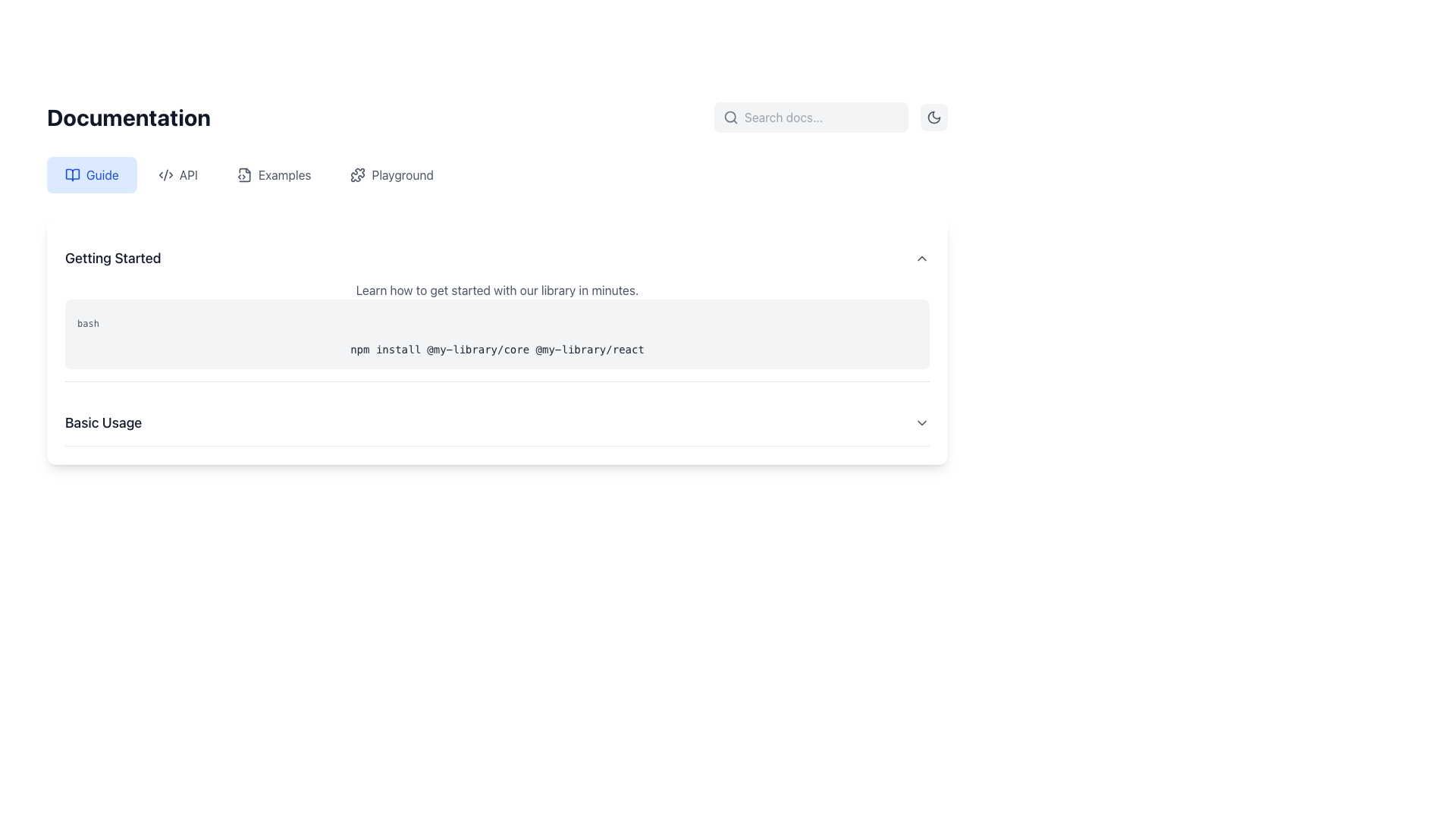 Image resolution: width=1456 pixels, height=819 pixels. I want to click on the navigation button labeled 'Examples', which is the third option in the horizontal navigation bar beneath the 'Documentation' heading, so click(274, 174).